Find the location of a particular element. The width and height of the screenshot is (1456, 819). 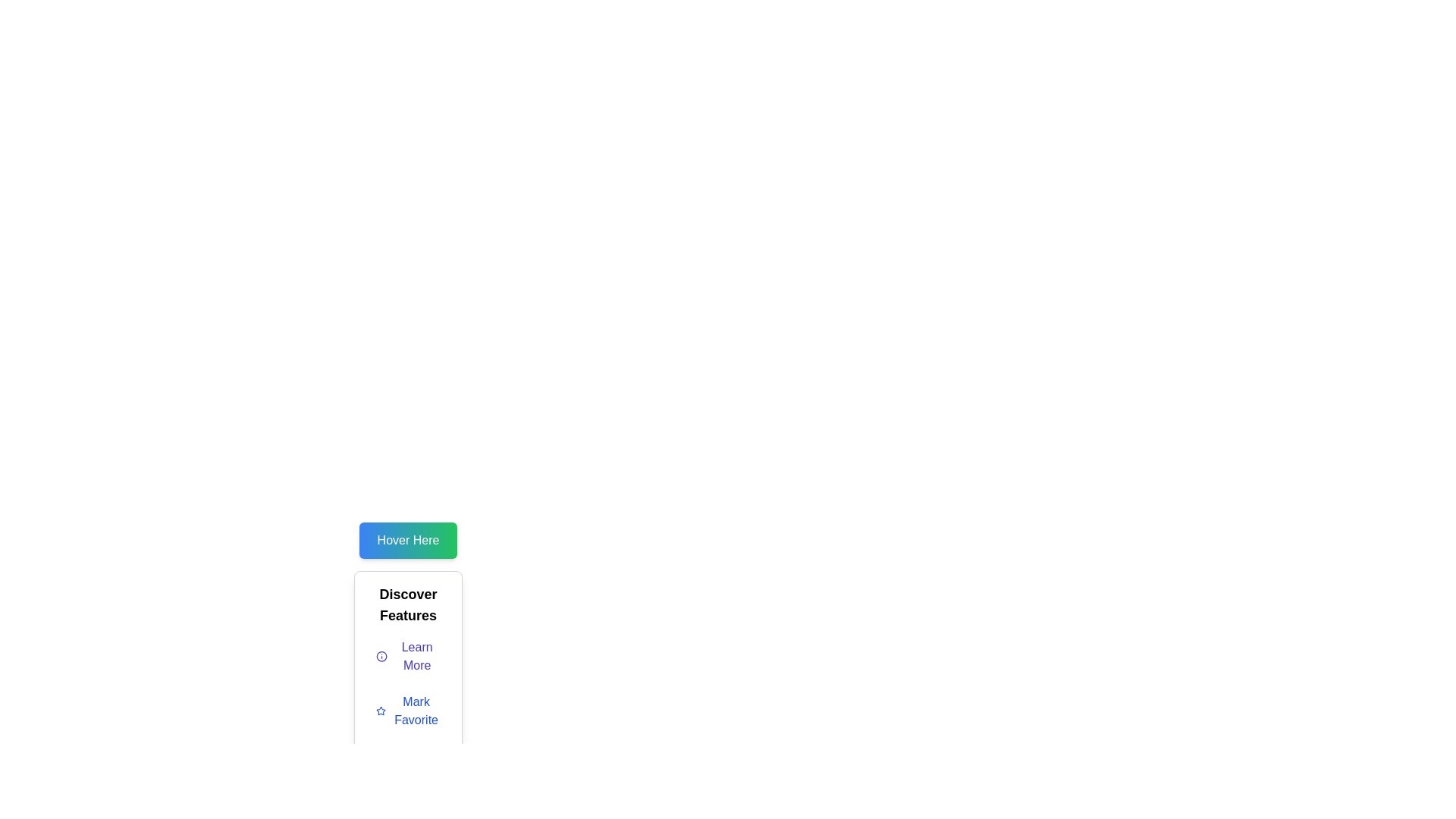

the bold, black, centered text label that reads 'Discover Features', which is located directly below the green button labeled 'Hover Here' is located at coordinates (408, 604).